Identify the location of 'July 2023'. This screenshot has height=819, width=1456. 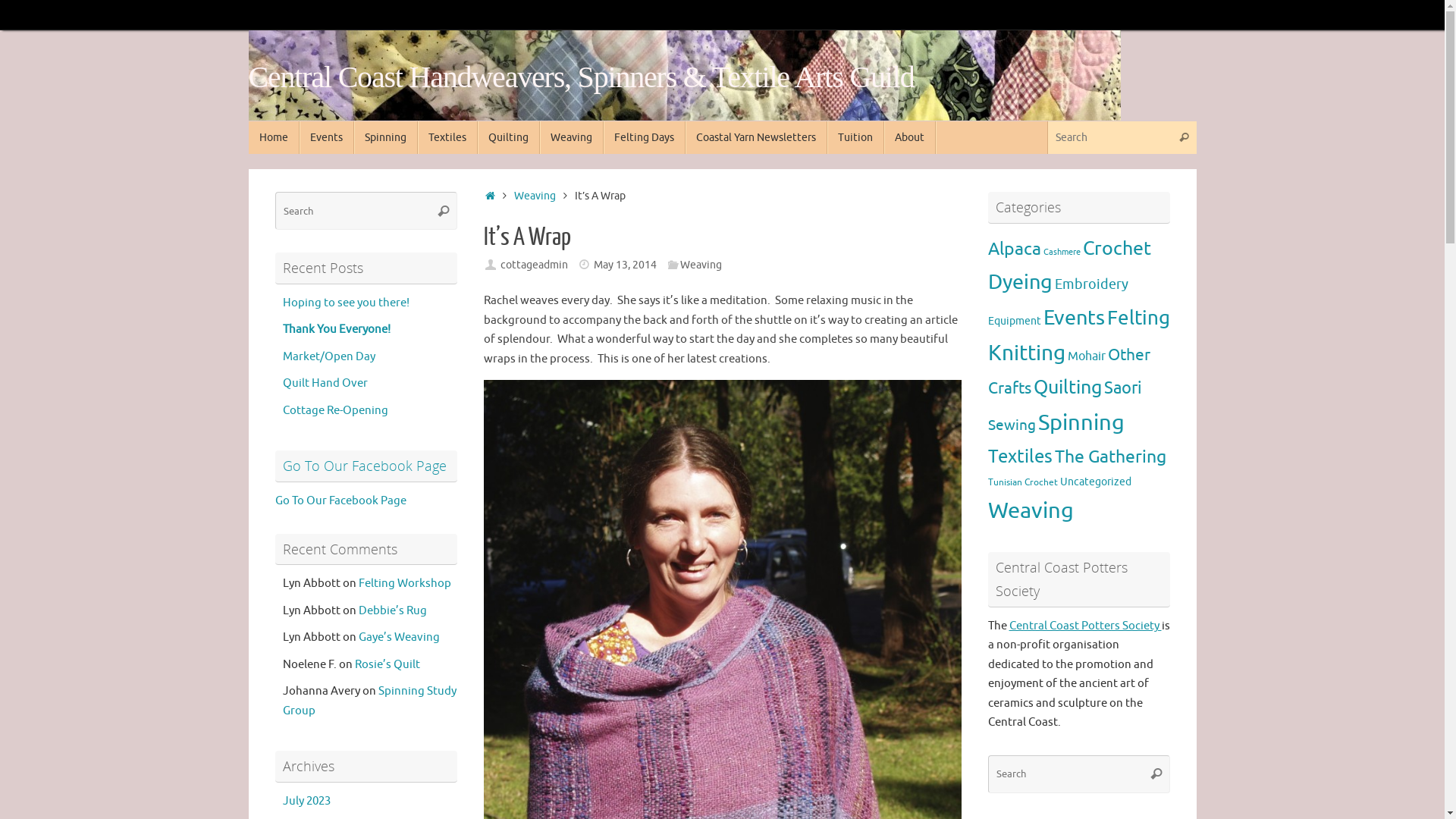
(305, 800).